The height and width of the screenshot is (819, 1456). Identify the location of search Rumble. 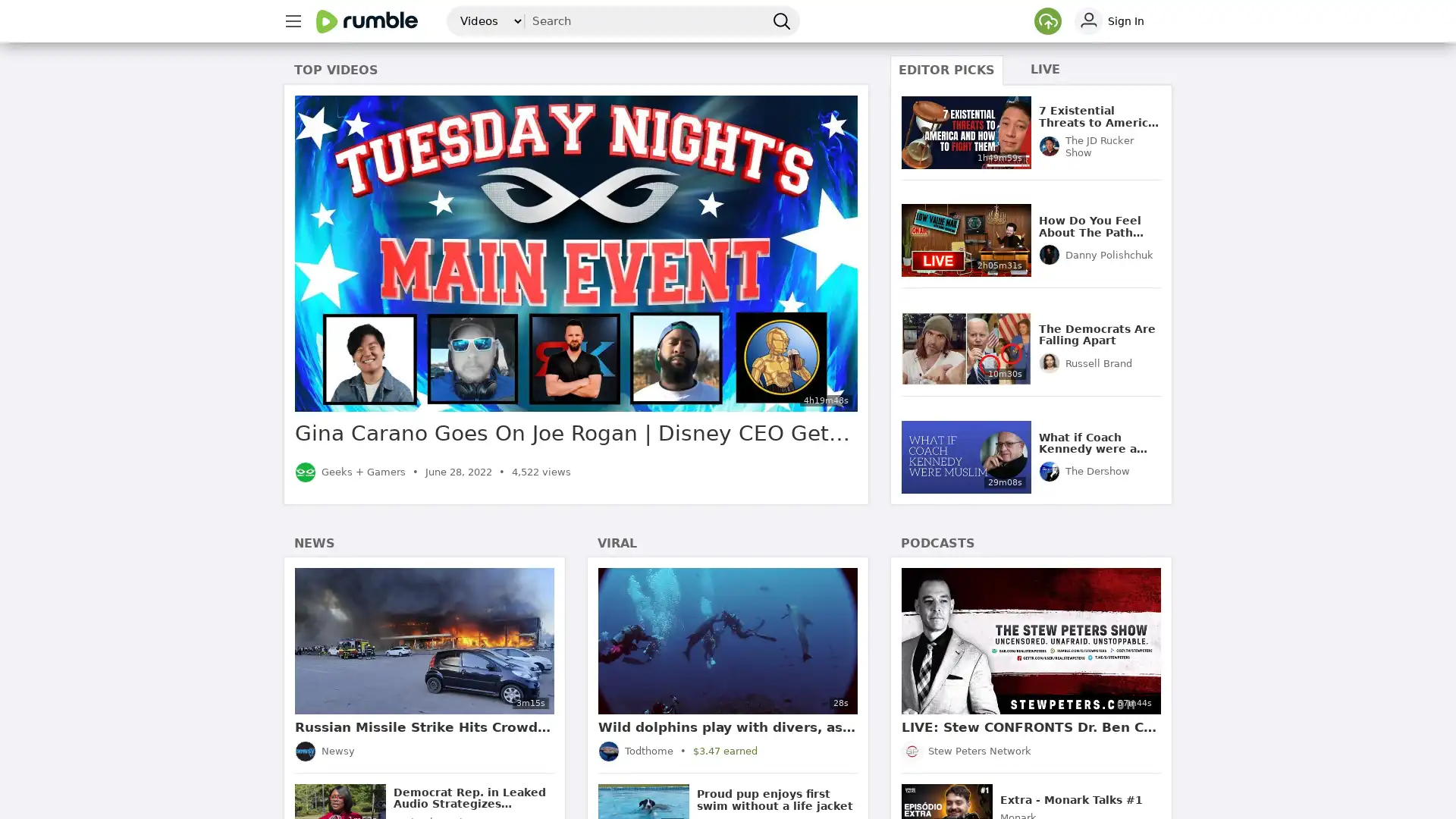
(781, 20).